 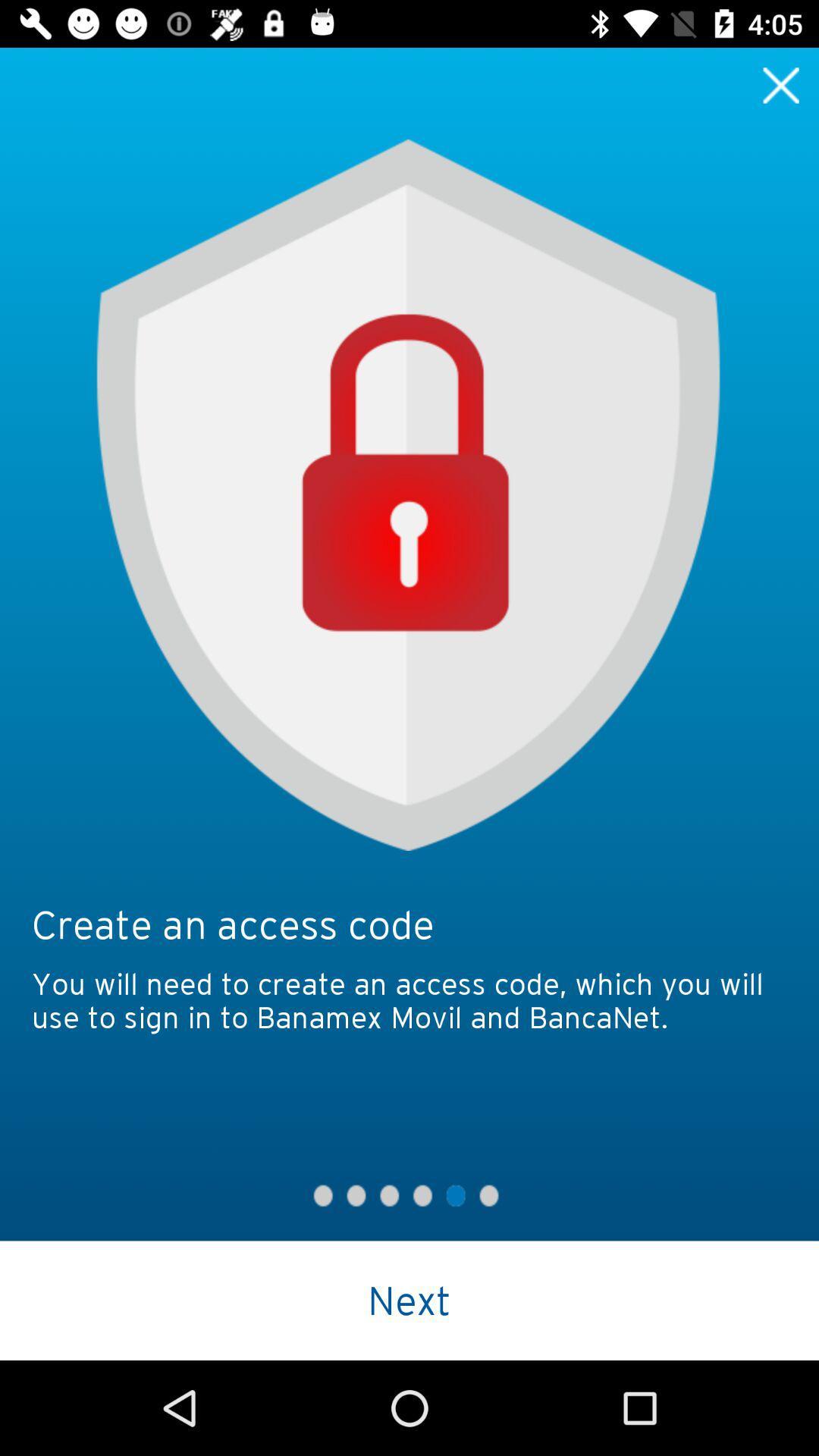 I want to click on the close icon, so click(x=781, y=84).